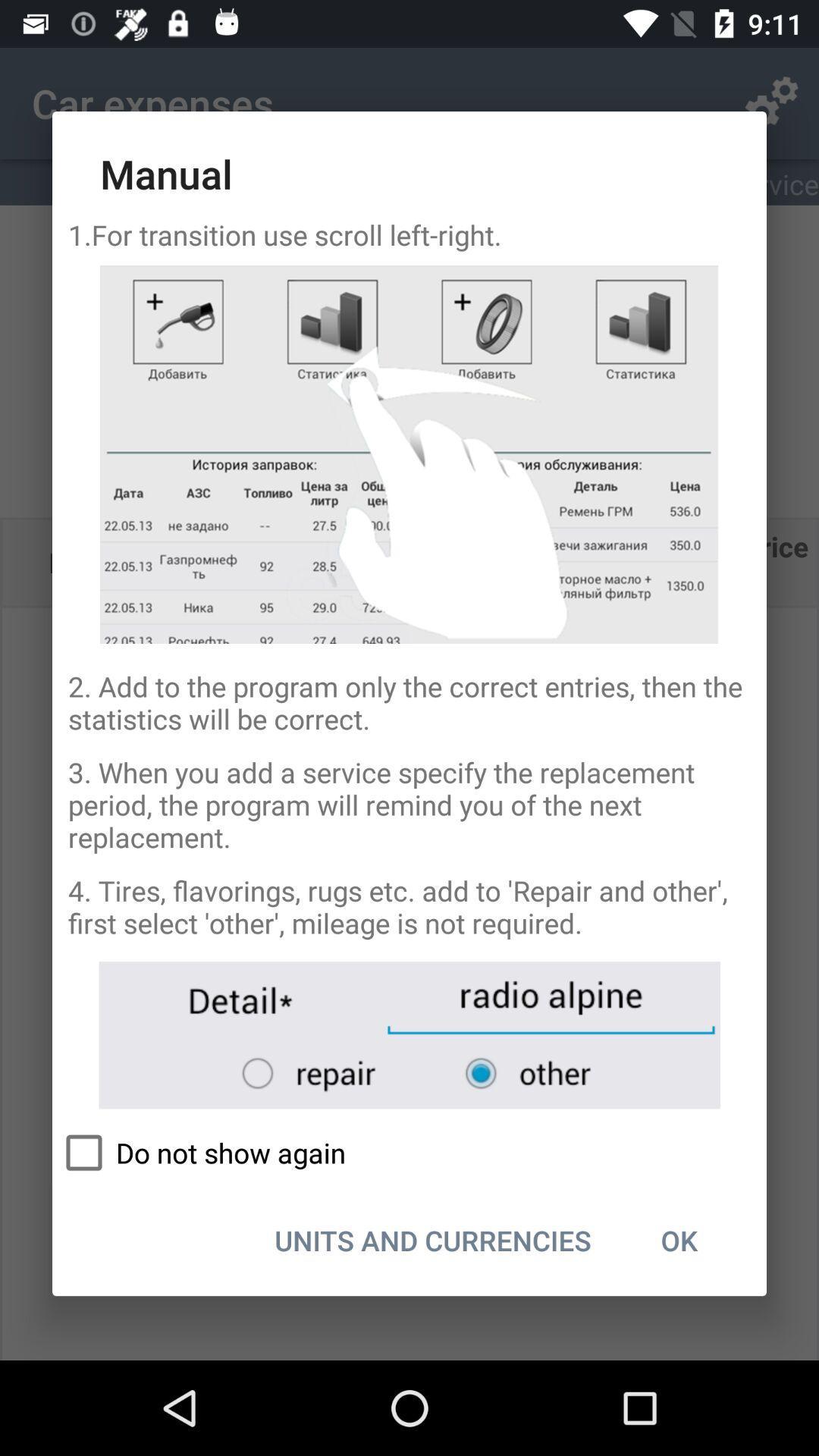  Describe the element at coordinates (678, 1240) in the screenshot. I see `the item next to the units and currencies` at that location.